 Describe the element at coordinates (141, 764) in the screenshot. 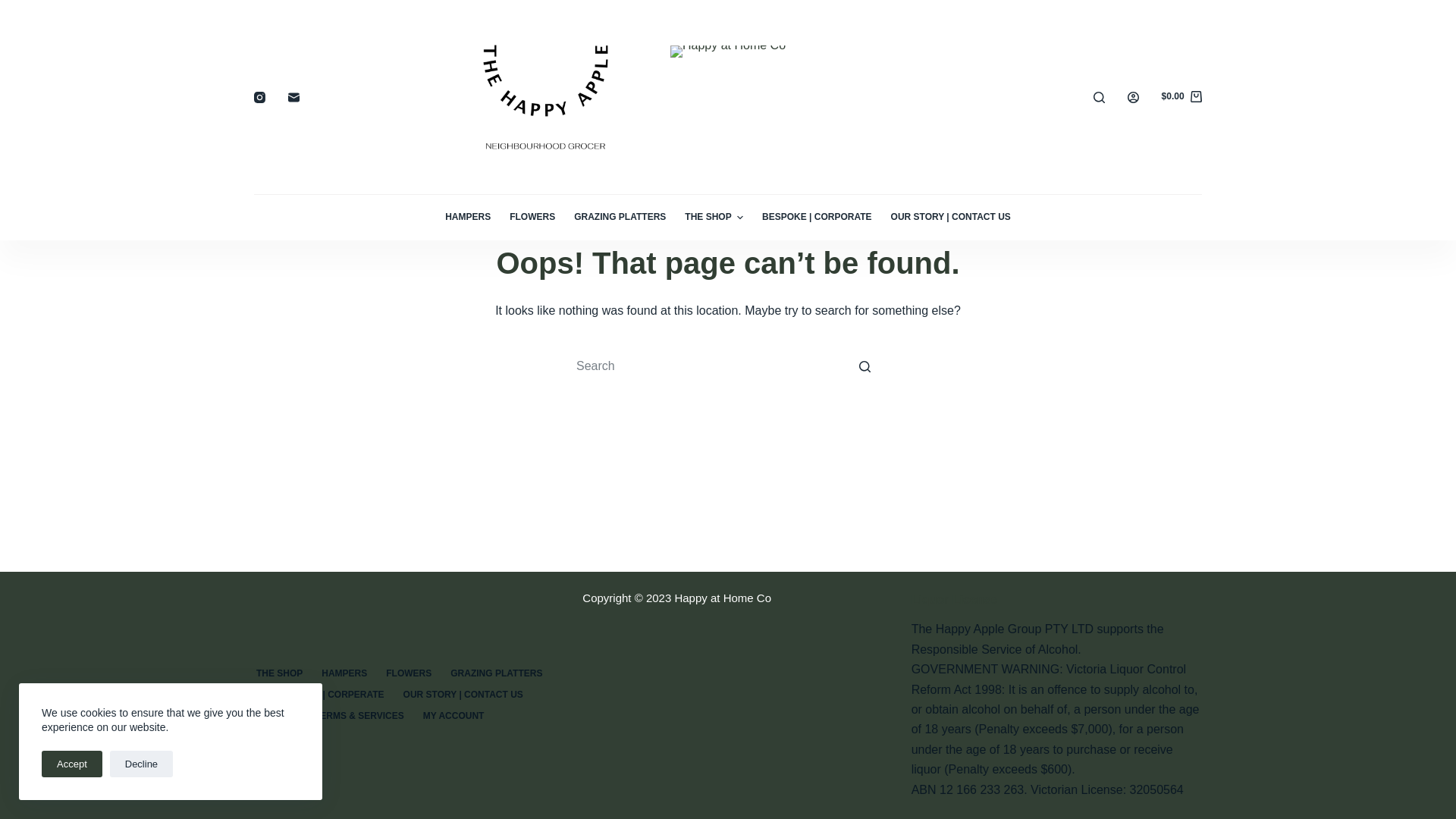

I see `'Decline'` at that location.